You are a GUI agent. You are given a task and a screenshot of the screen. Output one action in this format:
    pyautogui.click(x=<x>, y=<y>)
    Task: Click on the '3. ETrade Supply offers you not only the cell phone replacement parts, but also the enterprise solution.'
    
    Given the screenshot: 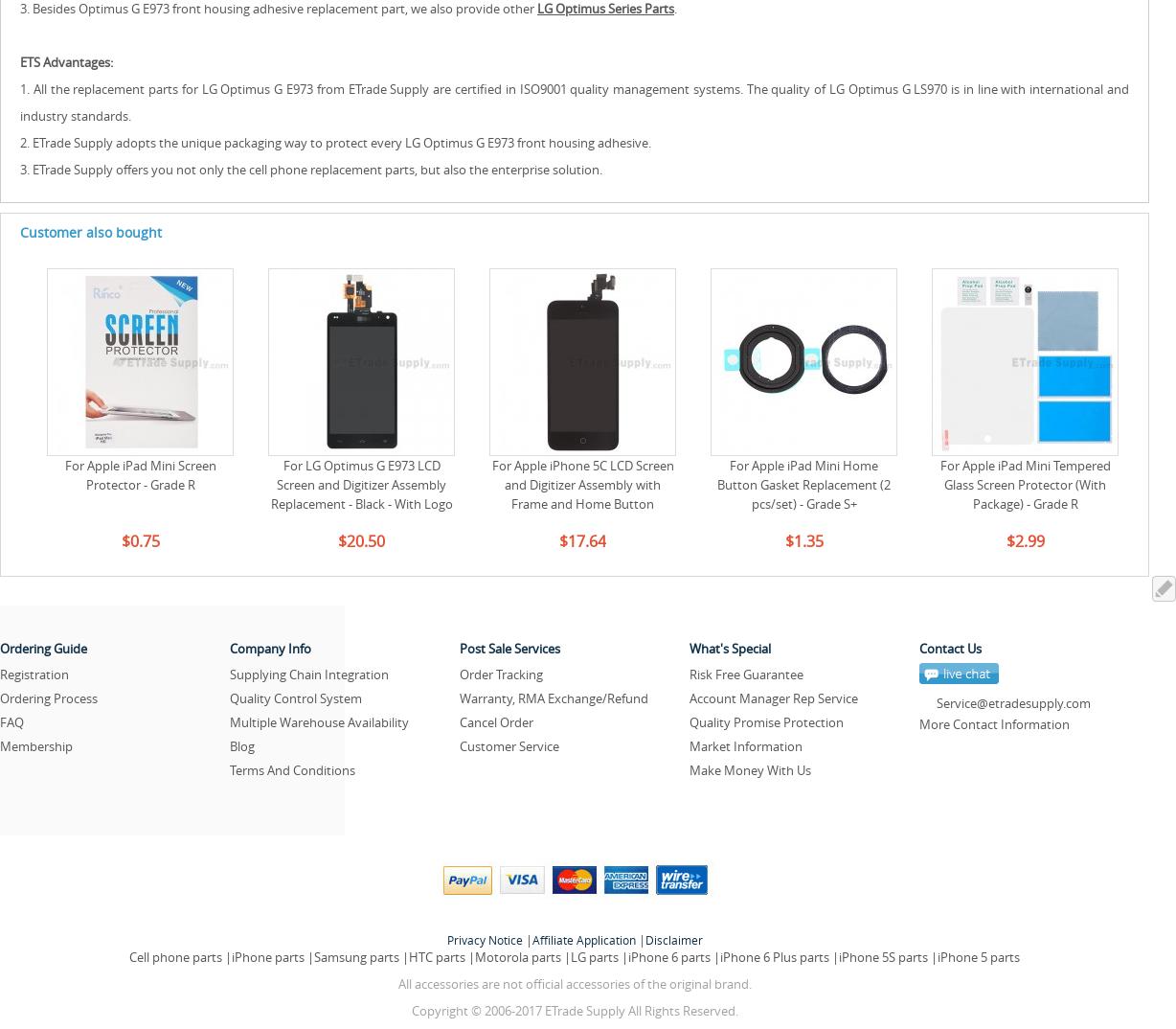 What is the action you would take?
    pyautogui.click(x=311, y=169)
    